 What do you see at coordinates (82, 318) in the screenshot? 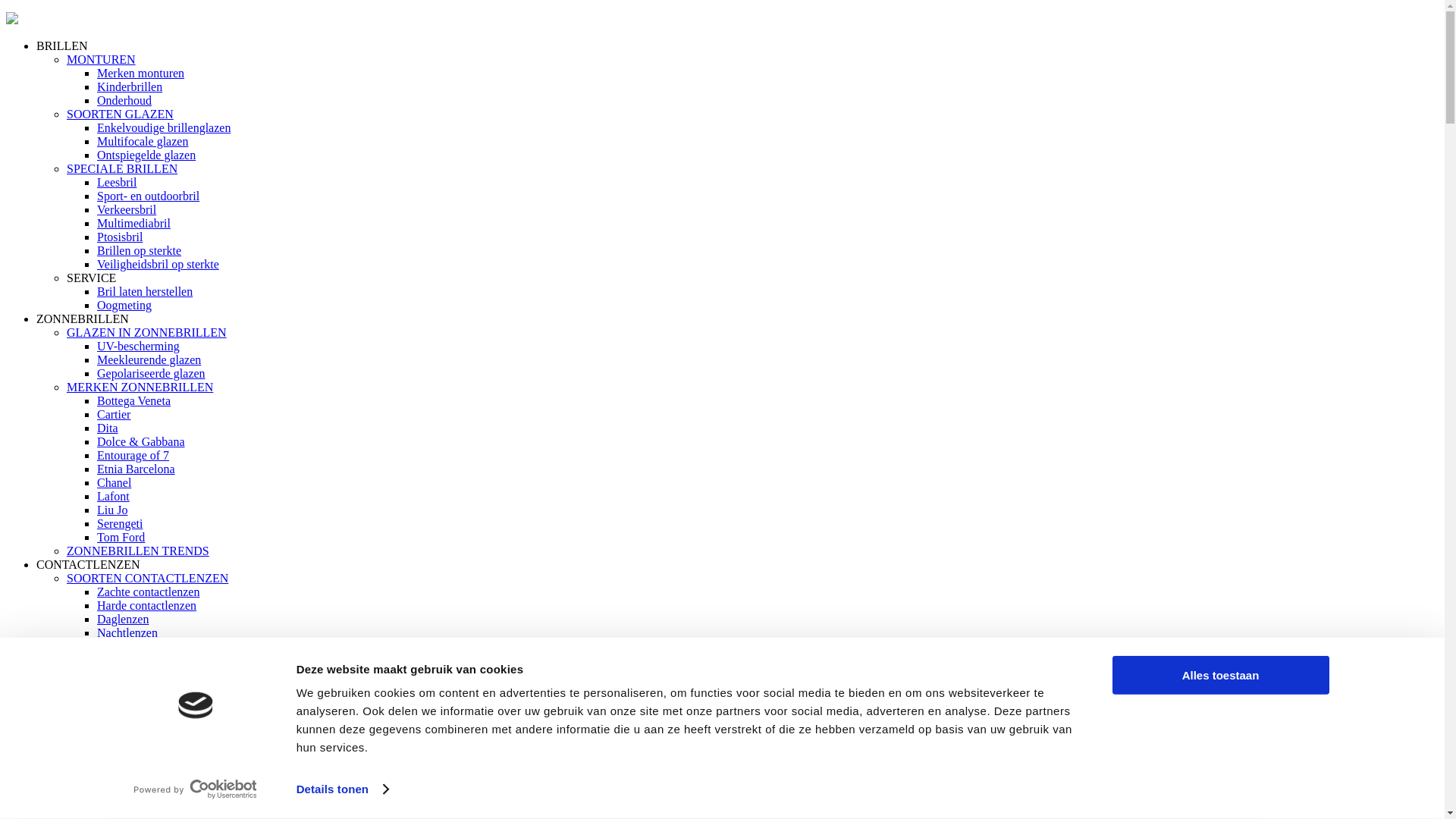
I see `'ZONNEBRILLEN'` at bounding box center [82, 318].